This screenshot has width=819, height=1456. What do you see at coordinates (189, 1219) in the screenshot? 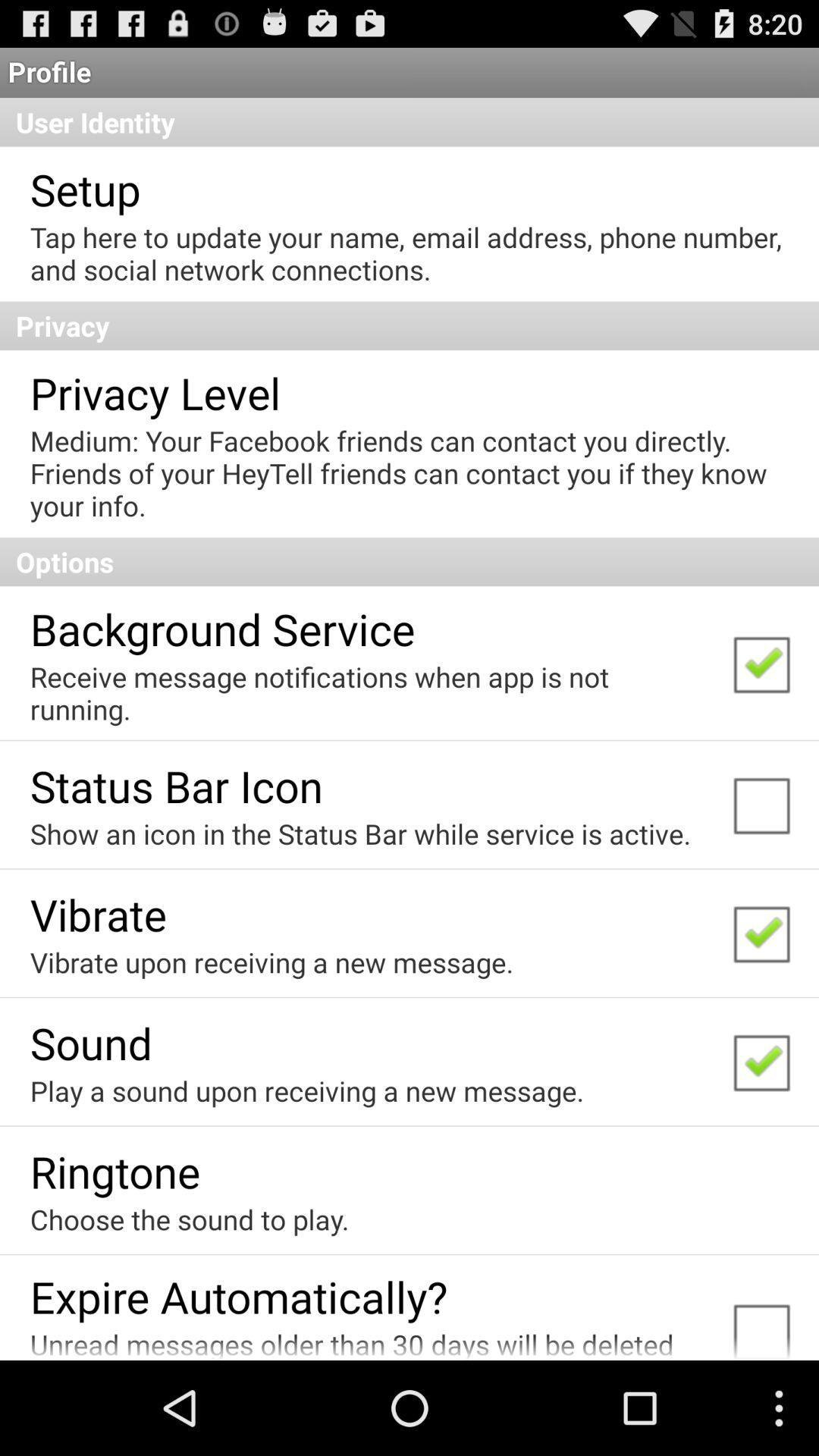
I see `icon below ringtone` at bounding box center [189, 1219].